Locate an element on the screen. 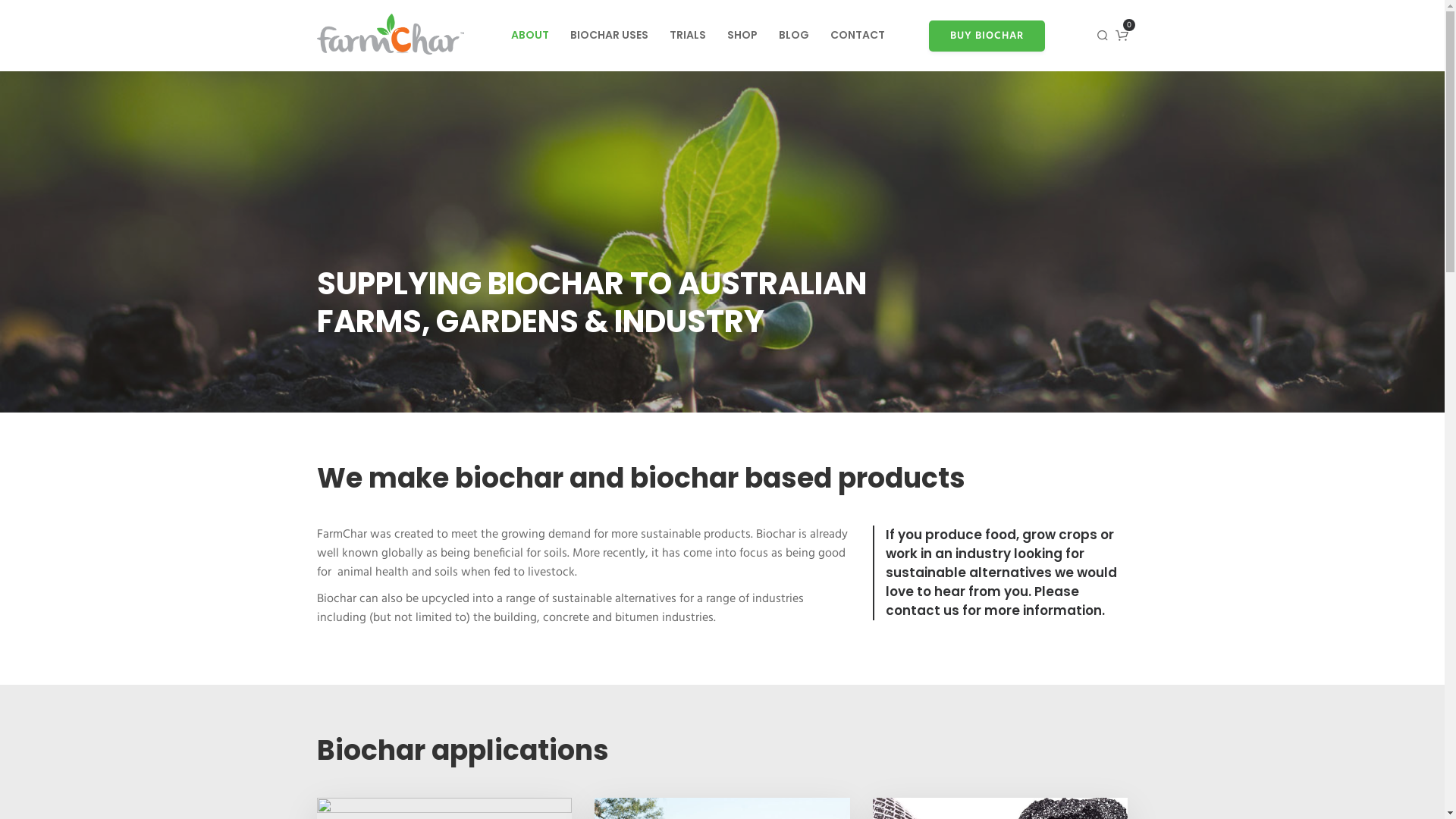  '0' is located at coordinates (1122, 35).